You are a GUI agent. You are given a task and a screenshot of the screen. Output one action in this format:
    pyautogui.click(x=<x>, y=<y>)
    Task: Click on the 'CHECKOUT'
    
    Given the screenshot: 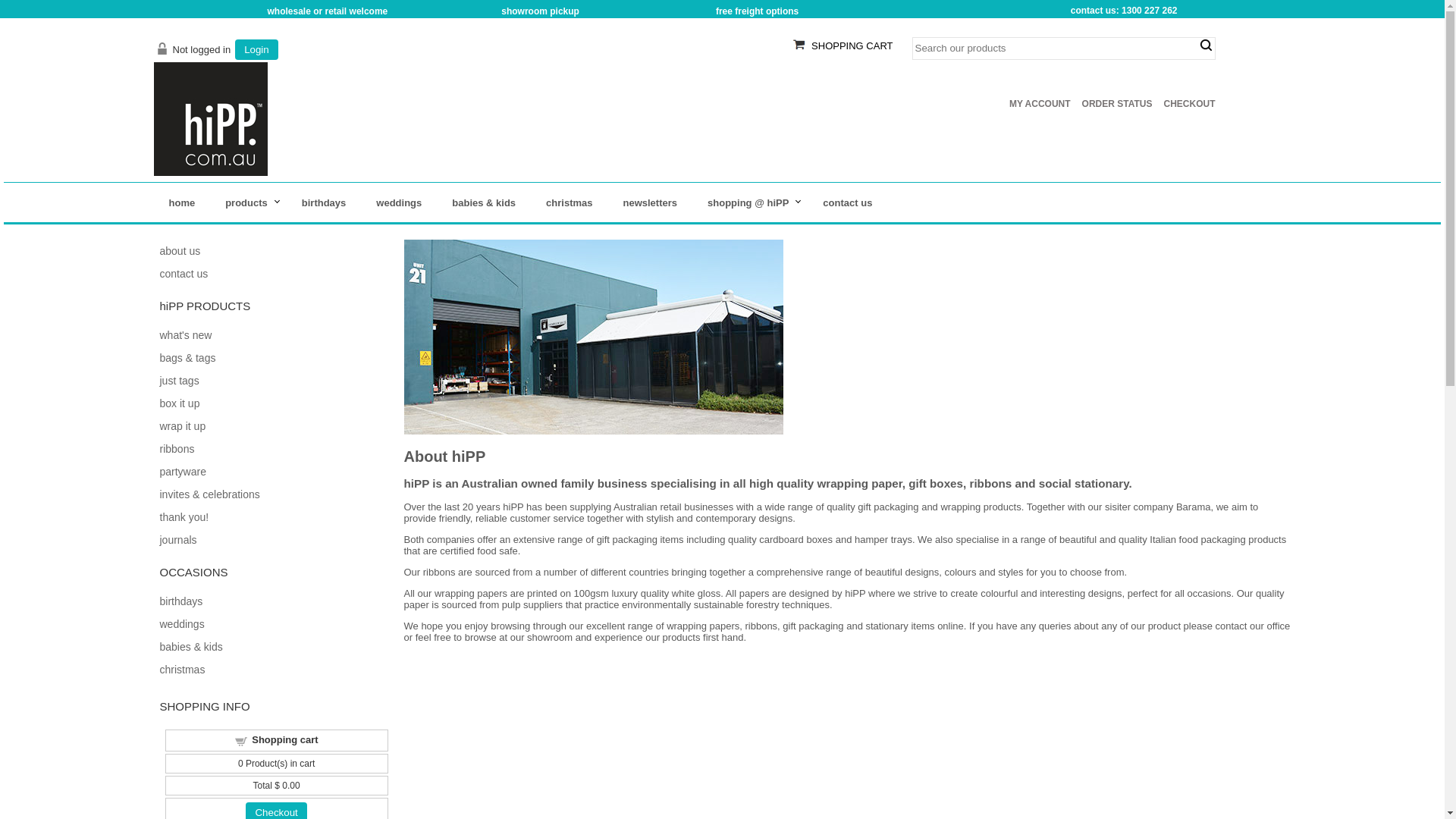 What is the action you would take?
    pyautogui.click(x=1188, y=103)
    